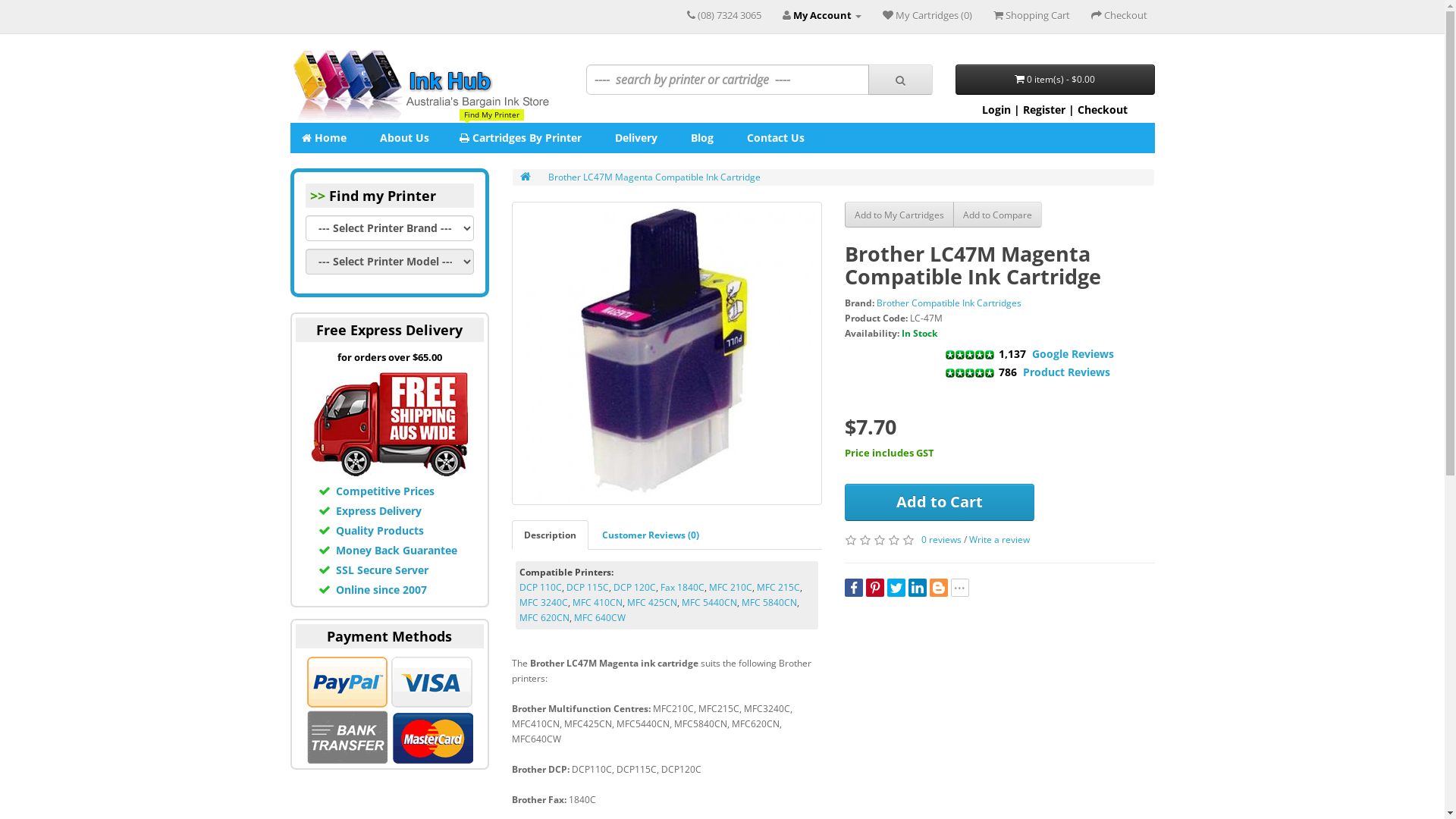  I want to click on '0 item(s) - $0.00', so click(1054, 79).